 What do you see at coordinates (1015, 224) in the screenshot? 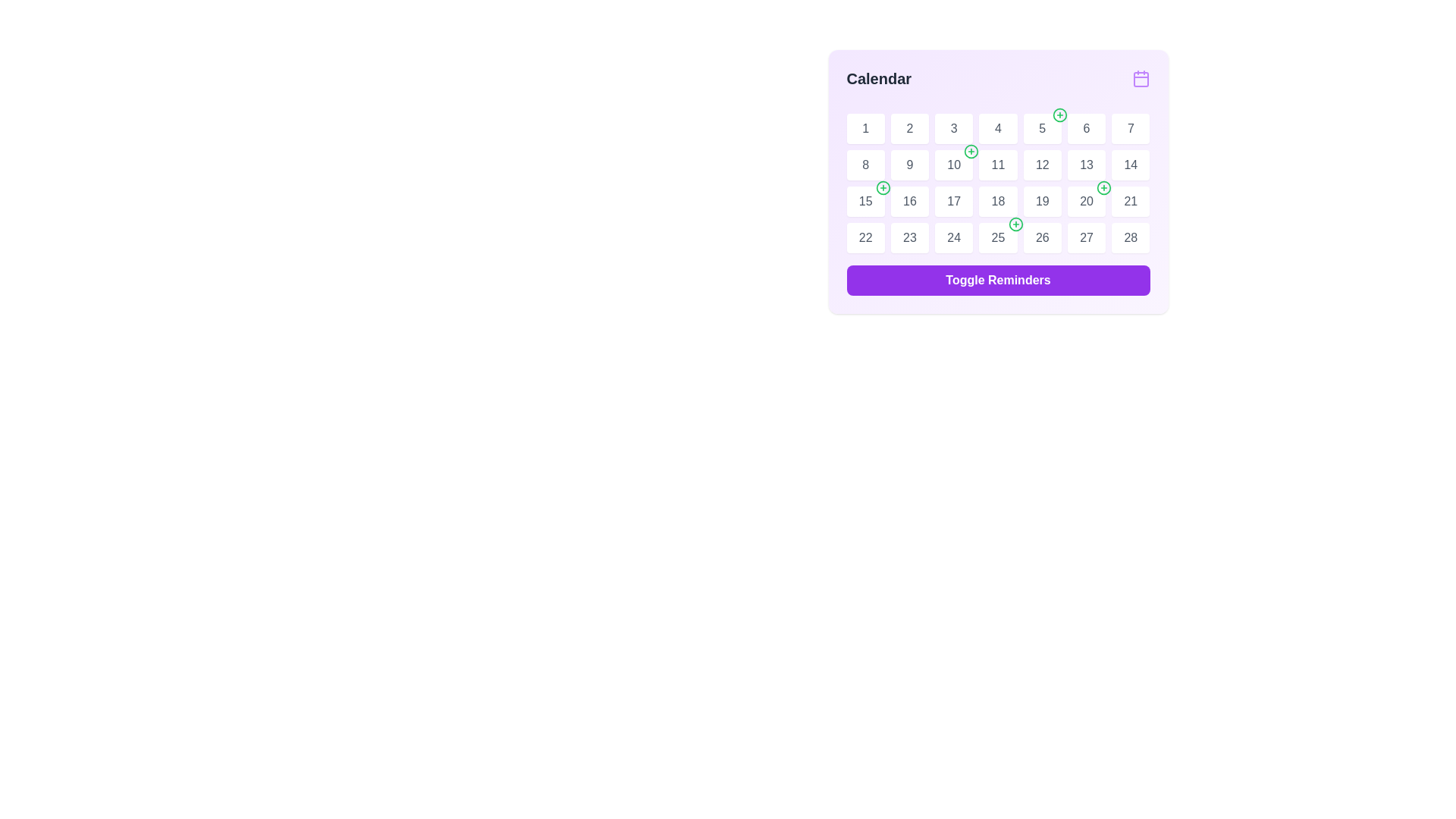
I see `the green circular icon button with a plus sign located at the top-right of the cell labeled '25' on the calendar interface` at bounding box center [1015, 224].